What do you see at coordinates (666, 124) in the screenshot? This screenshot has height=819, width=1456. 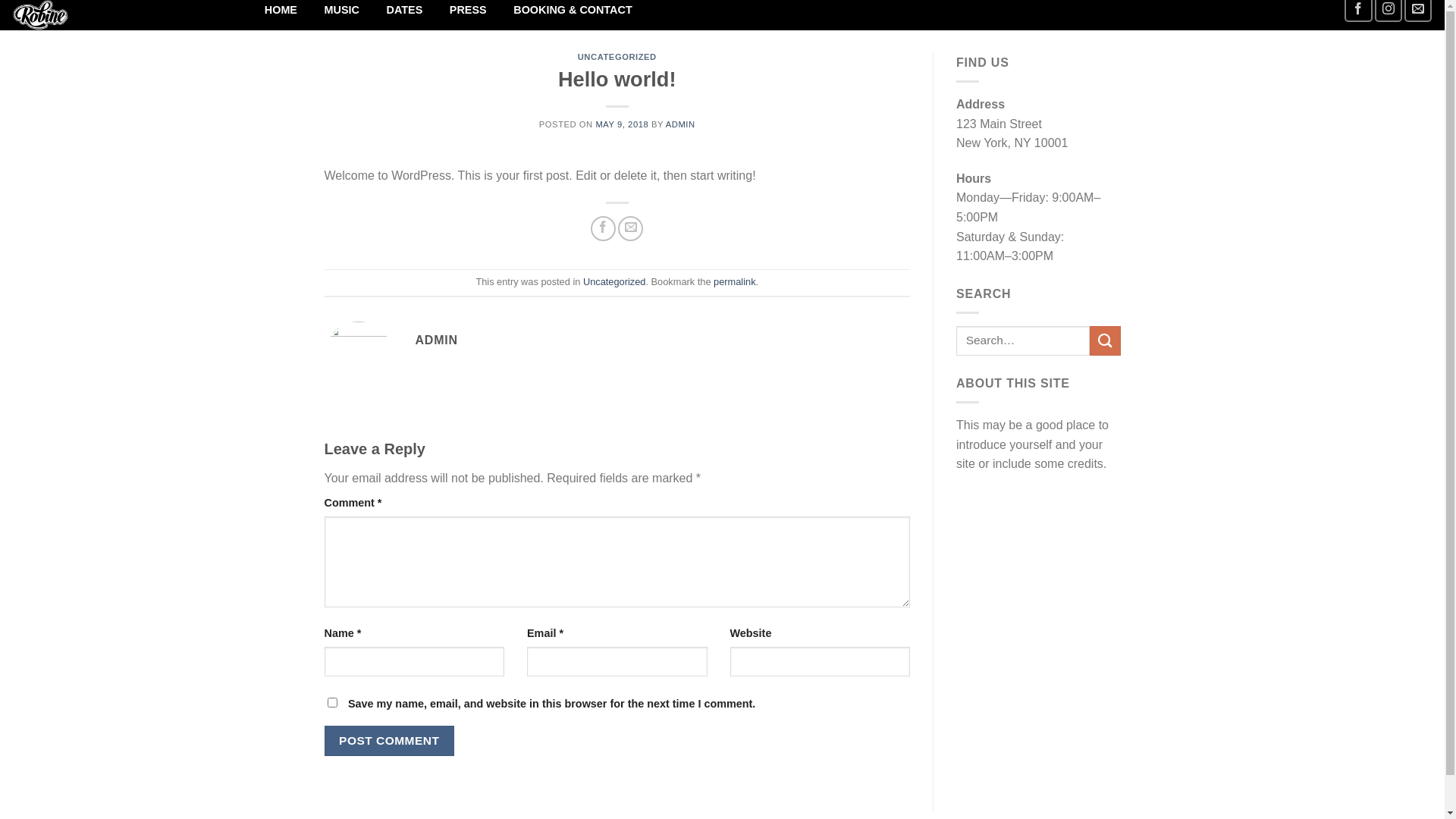 I see `'ADMIN'` at bounding box center [666, 124].